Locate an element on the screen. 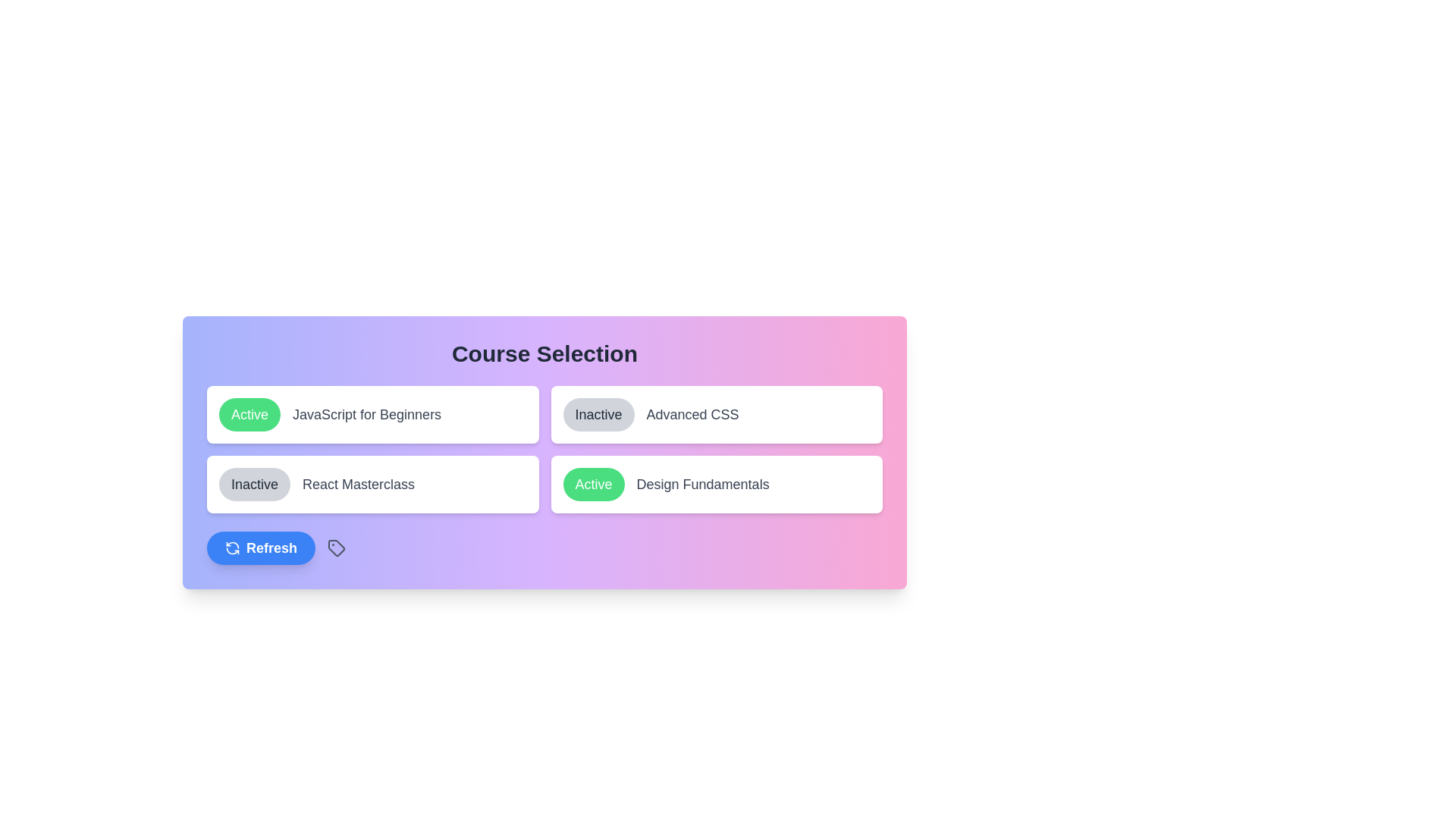  text displayed in the Text label that says 'JavaScript for Beginners', which is styled in a medium-sized gray font and is positioned to the right of the 'Active' button in the Course Selection section is located at coordinates (367, 415).